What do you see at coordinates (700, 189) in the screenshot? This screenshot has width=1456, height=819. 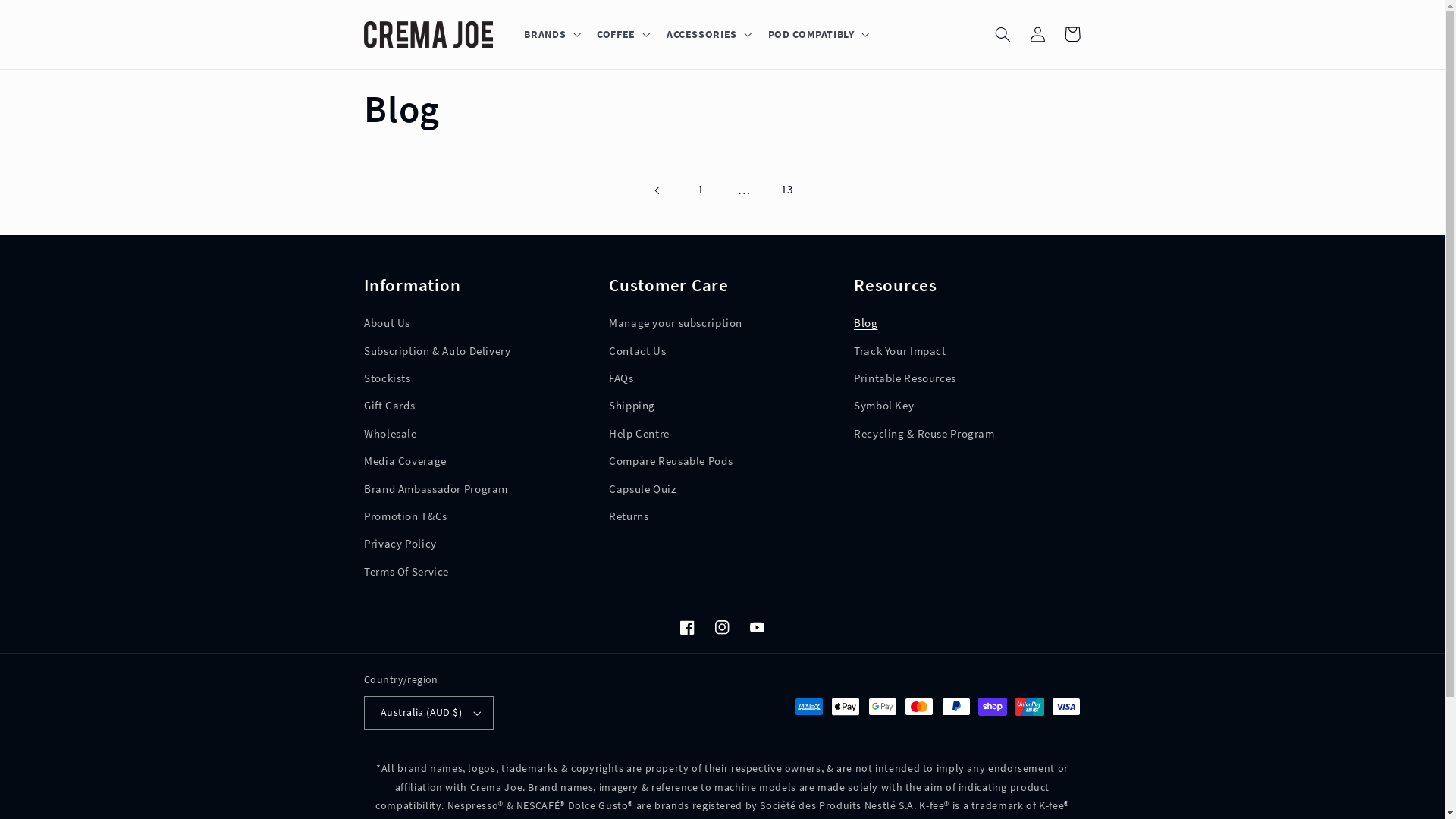 I see `'1'` at bounding box center [700, 189].